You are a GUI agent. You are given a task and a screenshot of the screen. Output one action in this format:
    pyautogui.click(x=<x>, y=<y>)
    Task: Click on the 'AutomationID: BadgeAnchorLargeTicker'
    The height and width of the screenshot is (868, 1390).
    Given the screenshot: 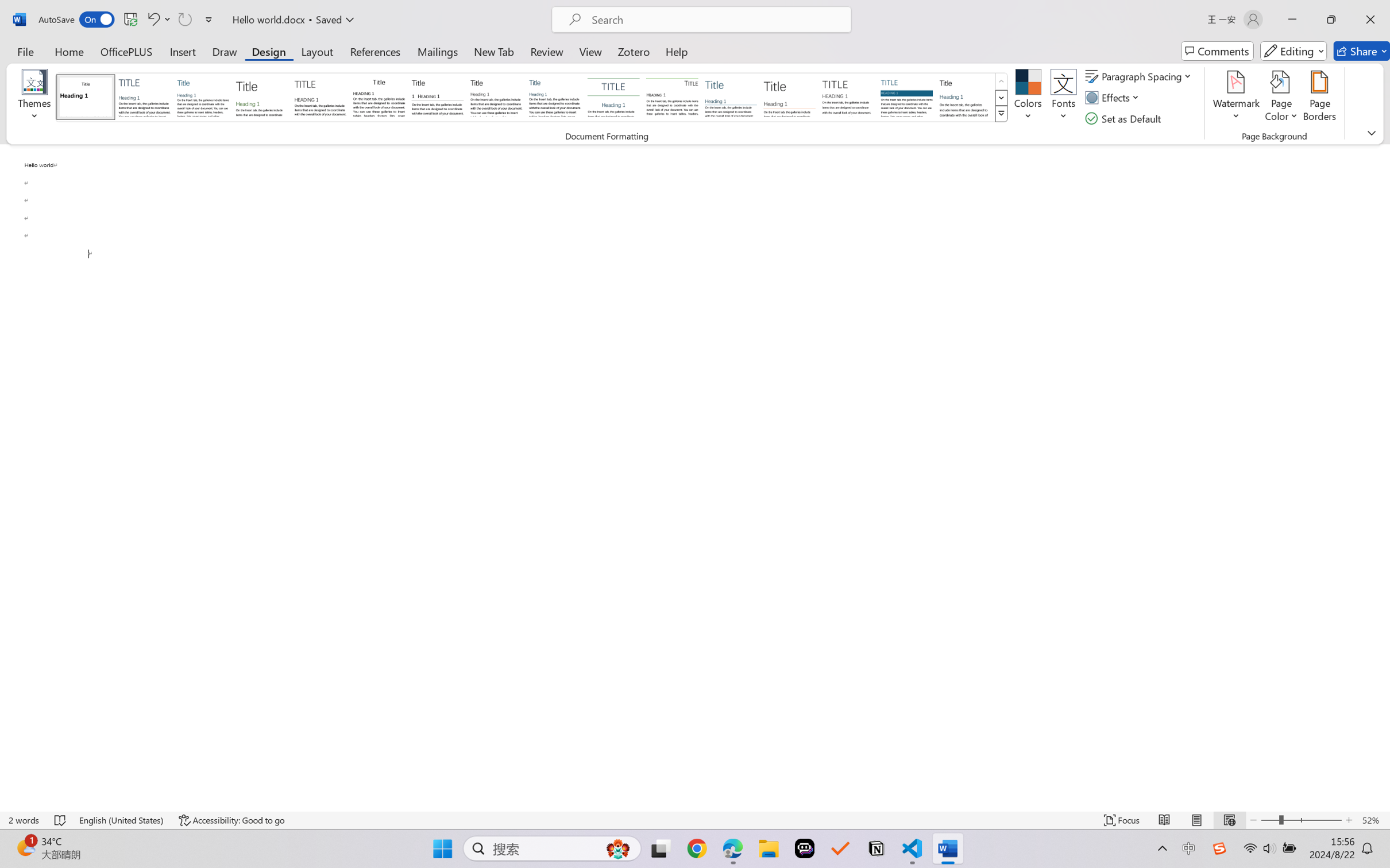 What is the action you would take?
    pyautogui.click(x=25, y=847)
    